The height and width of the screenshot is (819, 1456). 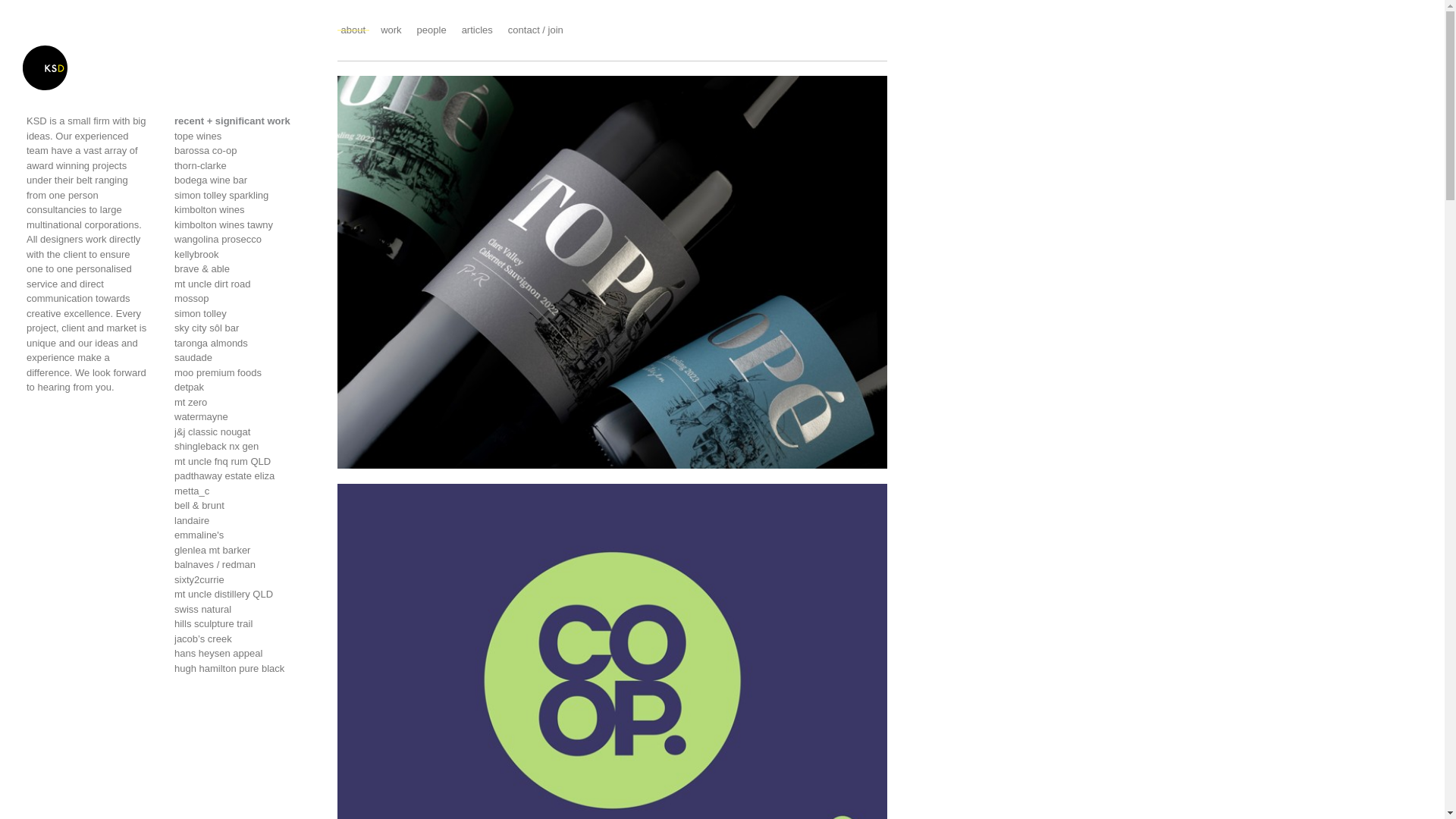 What do you see at coordinates (243, 180) in the screenshot?
I see `'bodega wine bar'` at bounding box center [243, 180].